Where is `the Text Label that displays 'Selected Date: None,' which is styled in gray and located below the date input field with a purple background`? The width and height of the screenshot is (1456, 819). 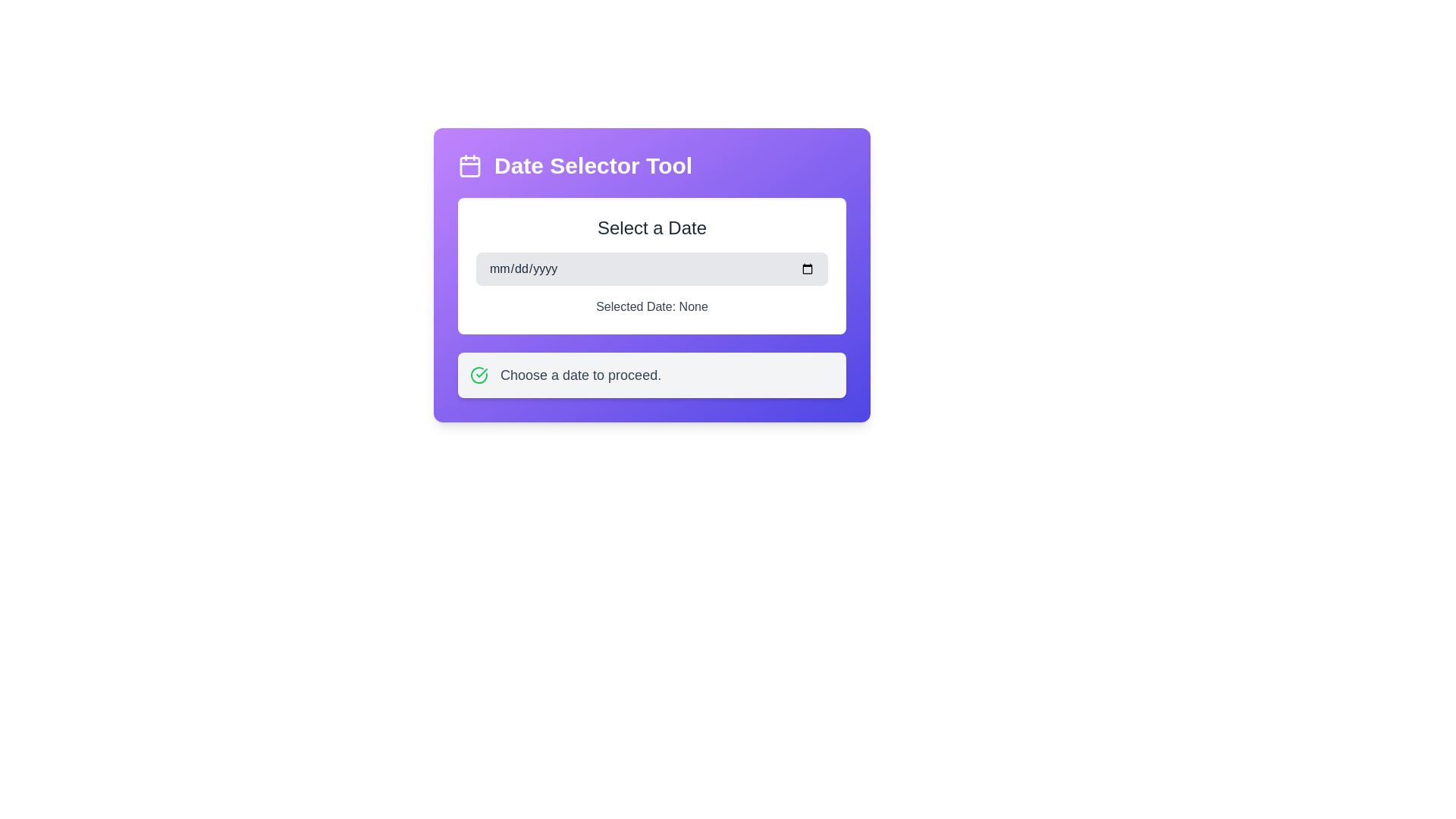
the Text Label that displays 'Selected Date: None,' which is styled in gray and located below the date input field with a purple background is located at coordinates (651, 307).